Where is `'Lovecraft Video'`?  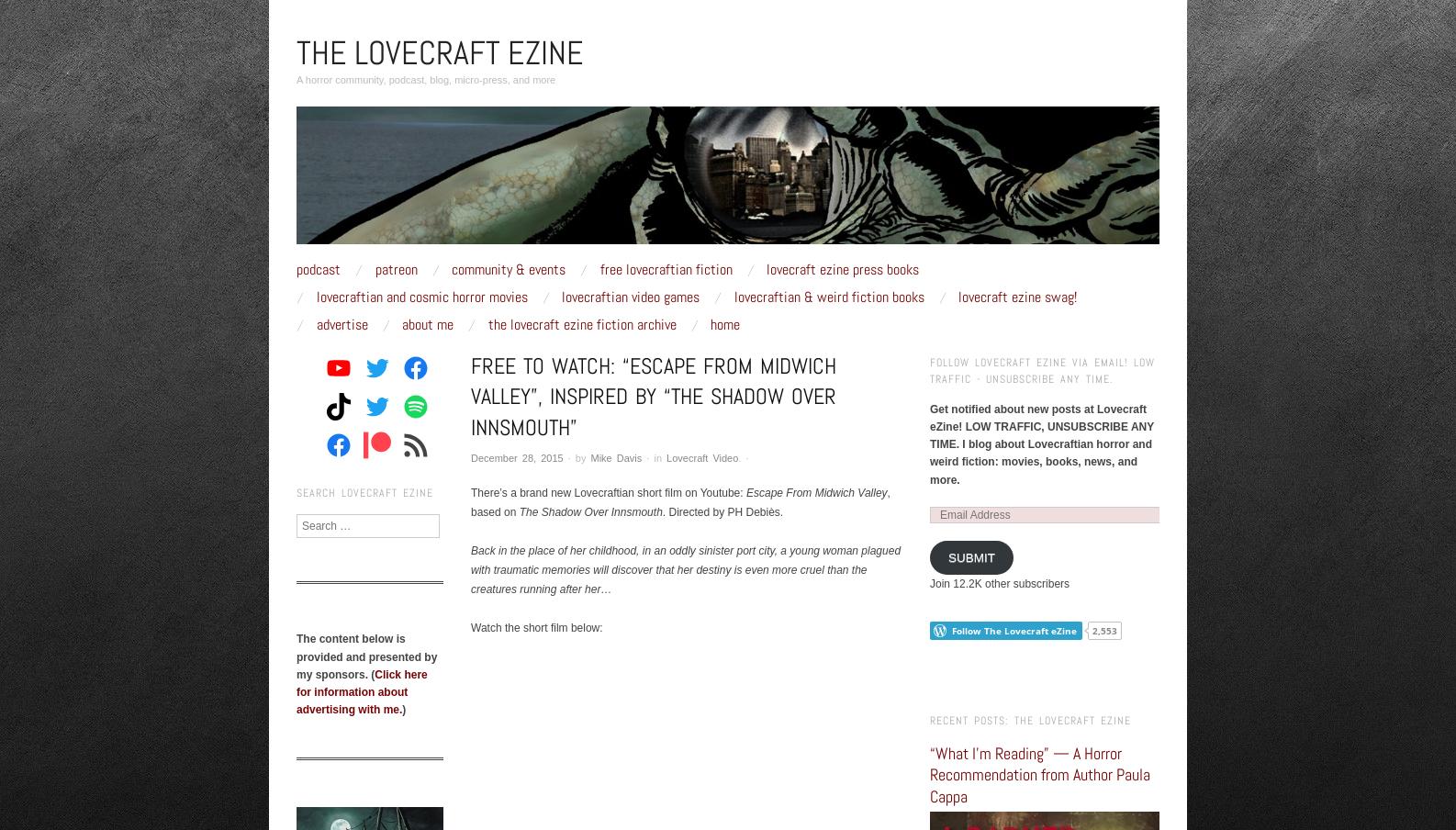
'Lovecraft Video' is located at coordinates (666, 456).